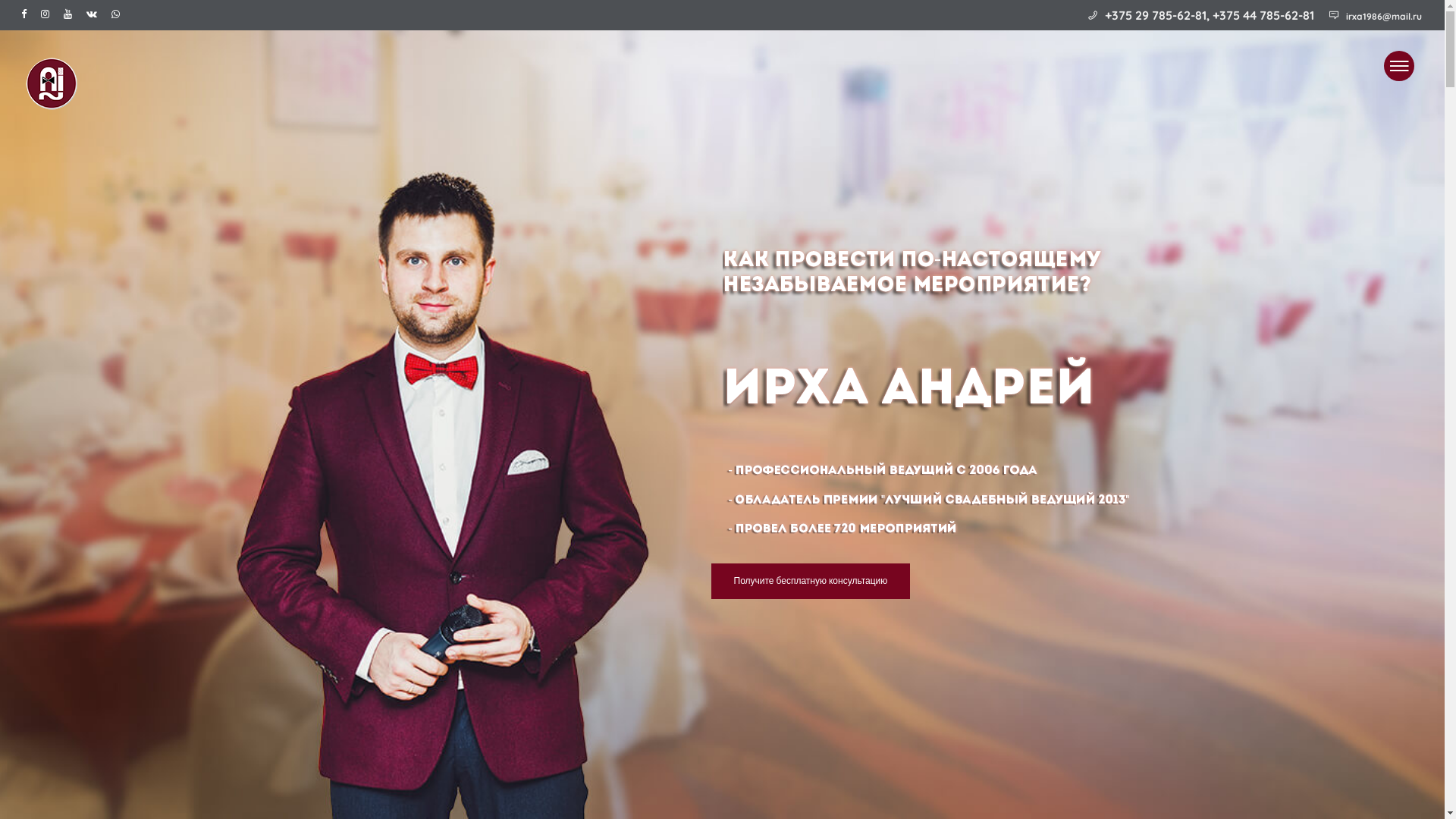 This screenshot has width=1456, height=819. What do you see at coordinates (48, 13) in the screenshot?
I see `'Instagram'` at bounding box center [48, 13].